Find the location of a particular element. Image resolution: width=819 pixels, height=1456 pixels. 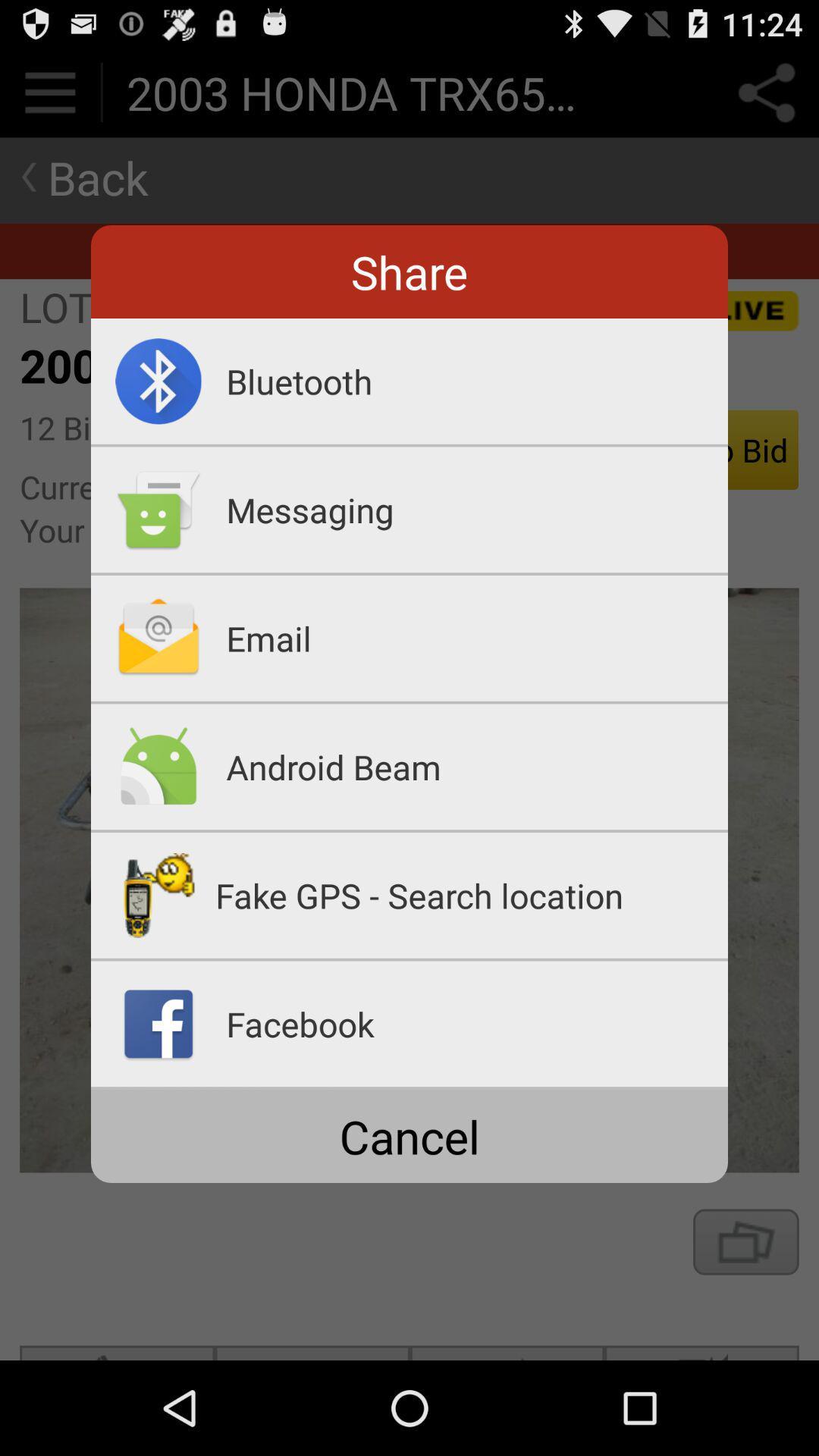

android beam is located at coordinates (476, 767).